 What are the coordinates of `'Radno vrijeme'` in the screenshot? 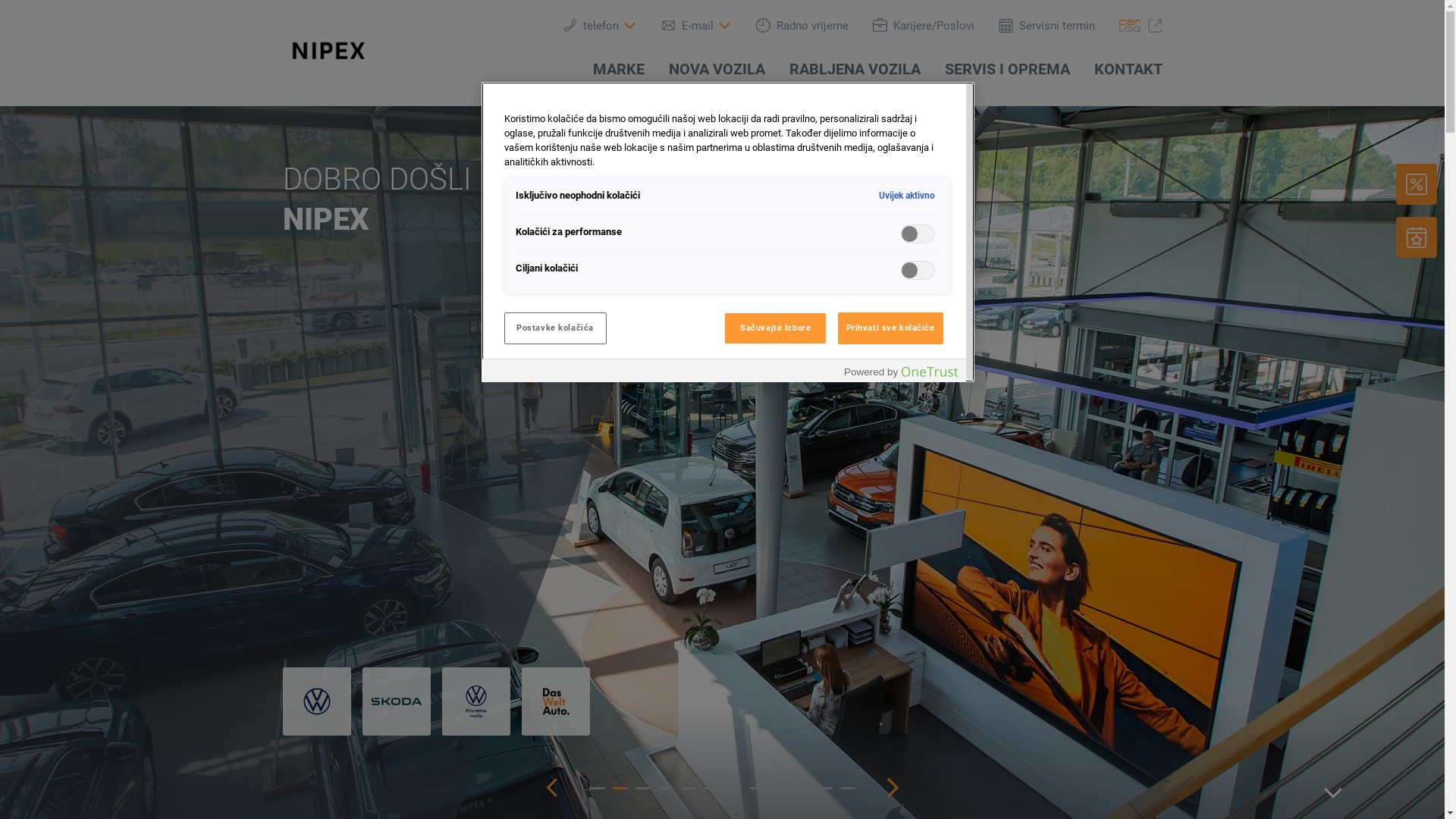 It's located at (800, 25).